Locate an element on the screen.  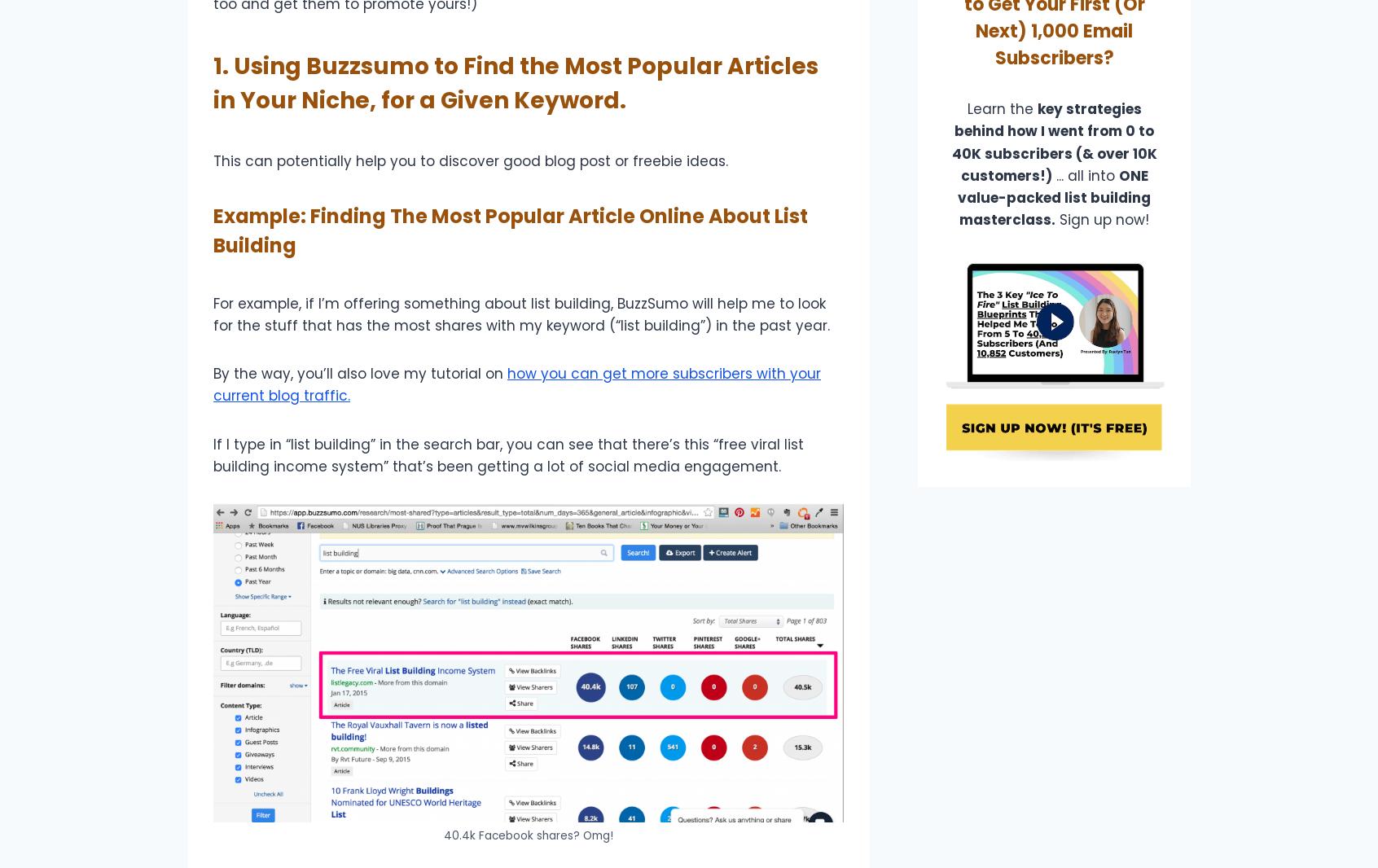
'By the way, you’ll also love my tutorial on' is located at coordinates (359, 374).